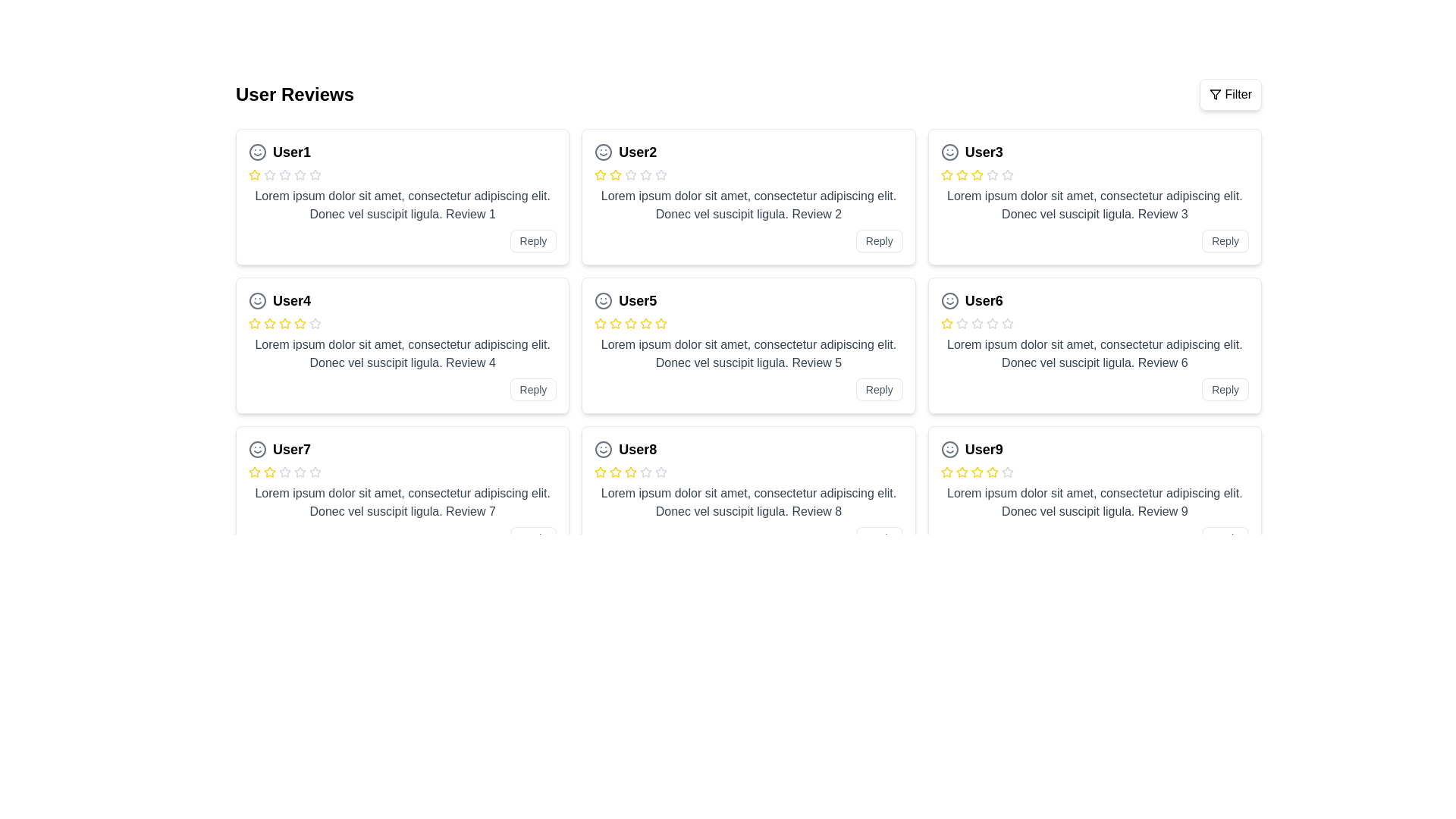 The image size is (1456, 819). Describe the element at coordinates (638, 301) in the screenshot. I see `the label displaying the username of the user who authored the adjacent review, located in the second row and second column of the review grid` at that location.